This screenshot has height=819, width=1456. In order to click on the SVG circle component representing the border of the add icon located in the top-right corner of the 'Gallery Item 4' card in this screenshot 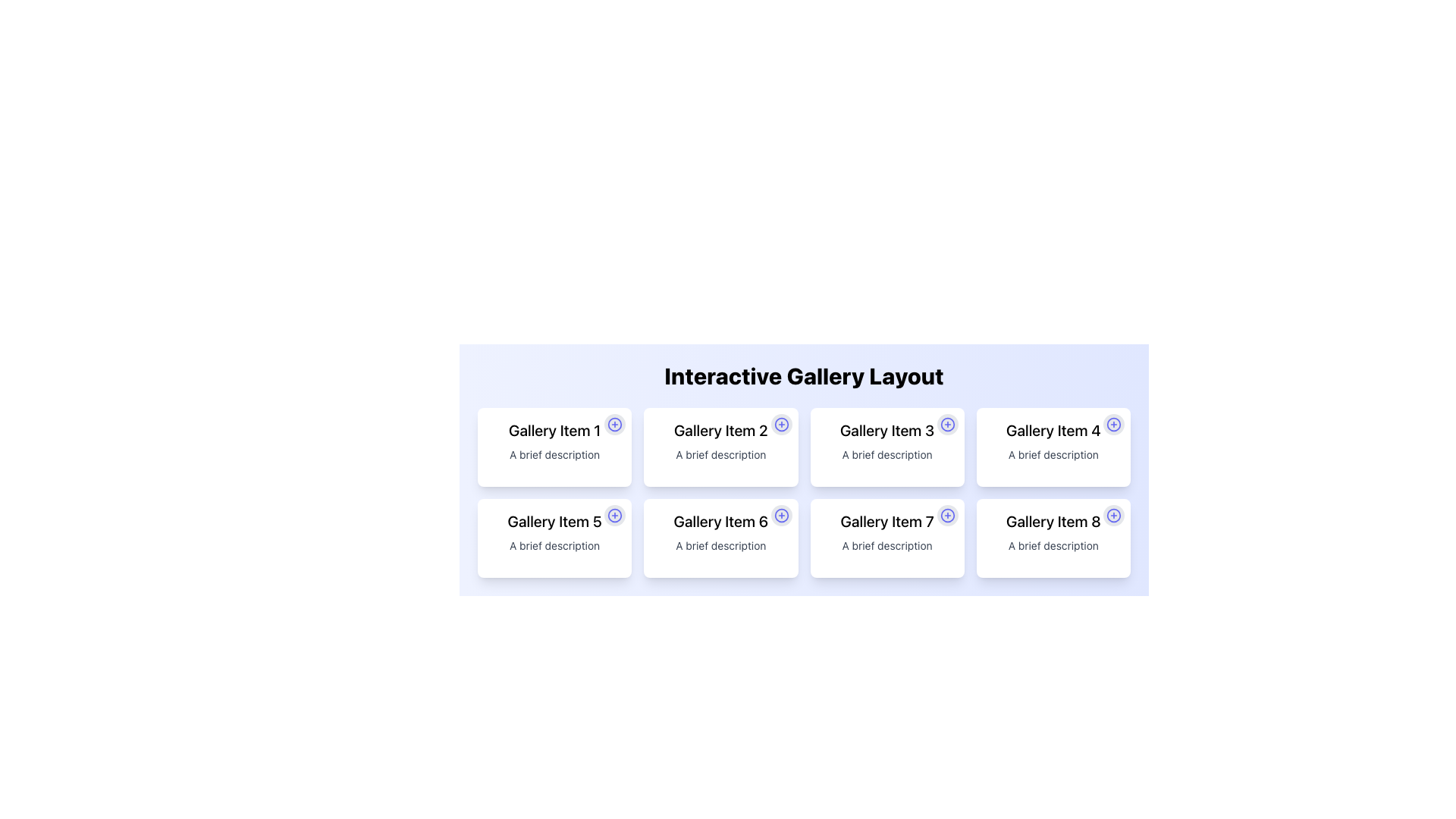, I will do `click(1113, 424)`.